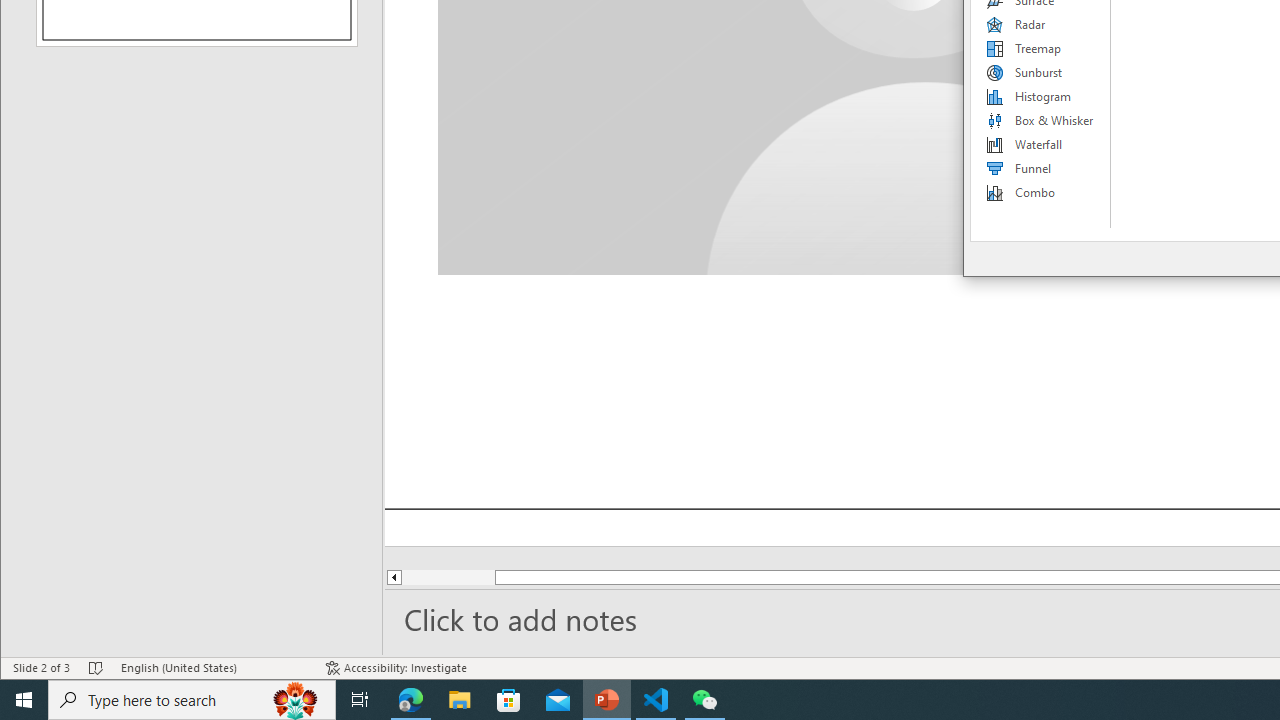 Image resolution: width=1280 pixels, height=720 pixels. I want to click on 'Histogram', so click(1040, 96).